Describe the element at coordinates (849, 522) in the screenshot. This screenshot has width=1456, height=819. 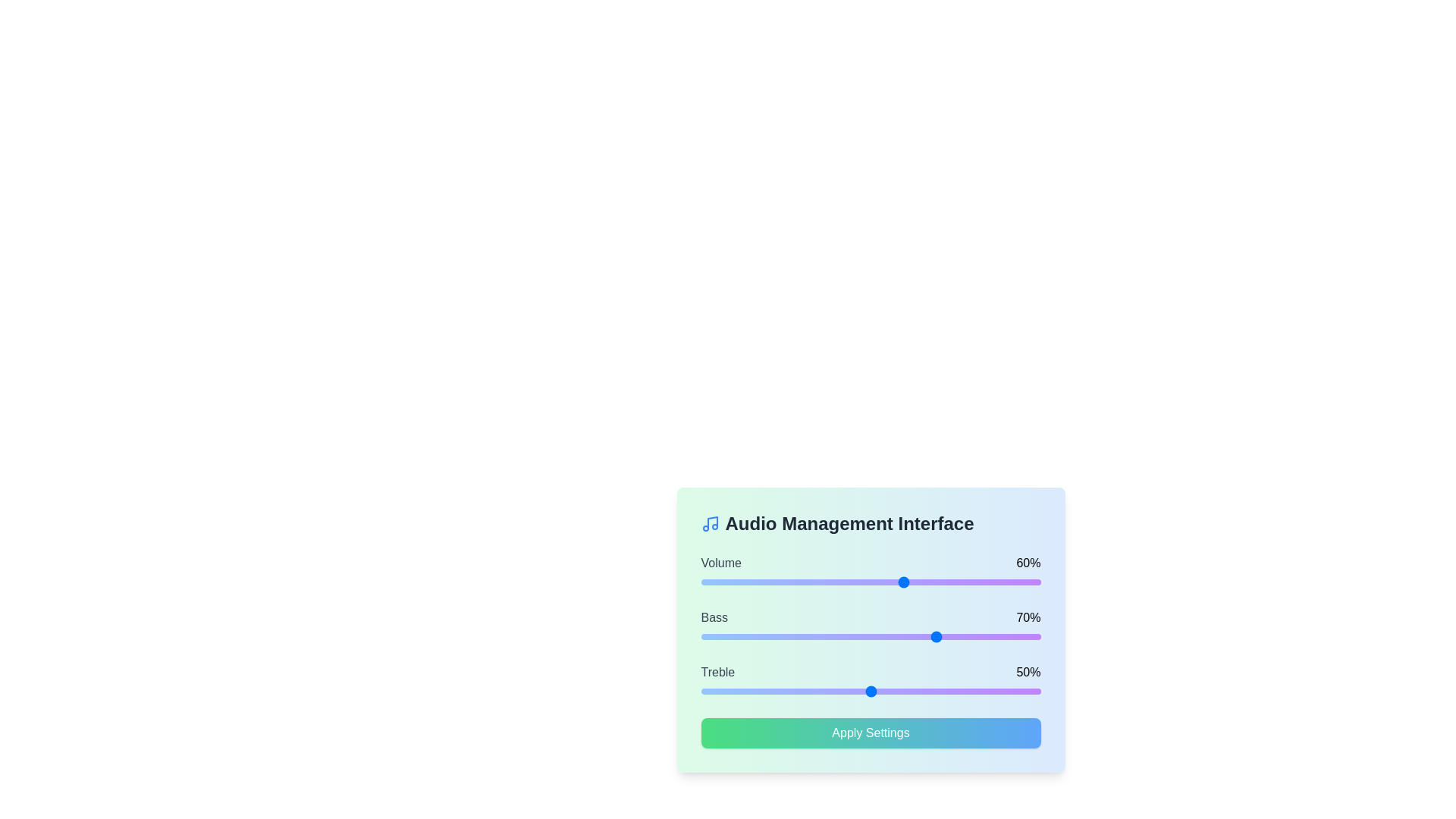
I see `the text label displaying 'Audio Management Interface', which is styled in a bold, dark-colored font and located in the top center section of a card-like interface, next to a small music icon` at that location.